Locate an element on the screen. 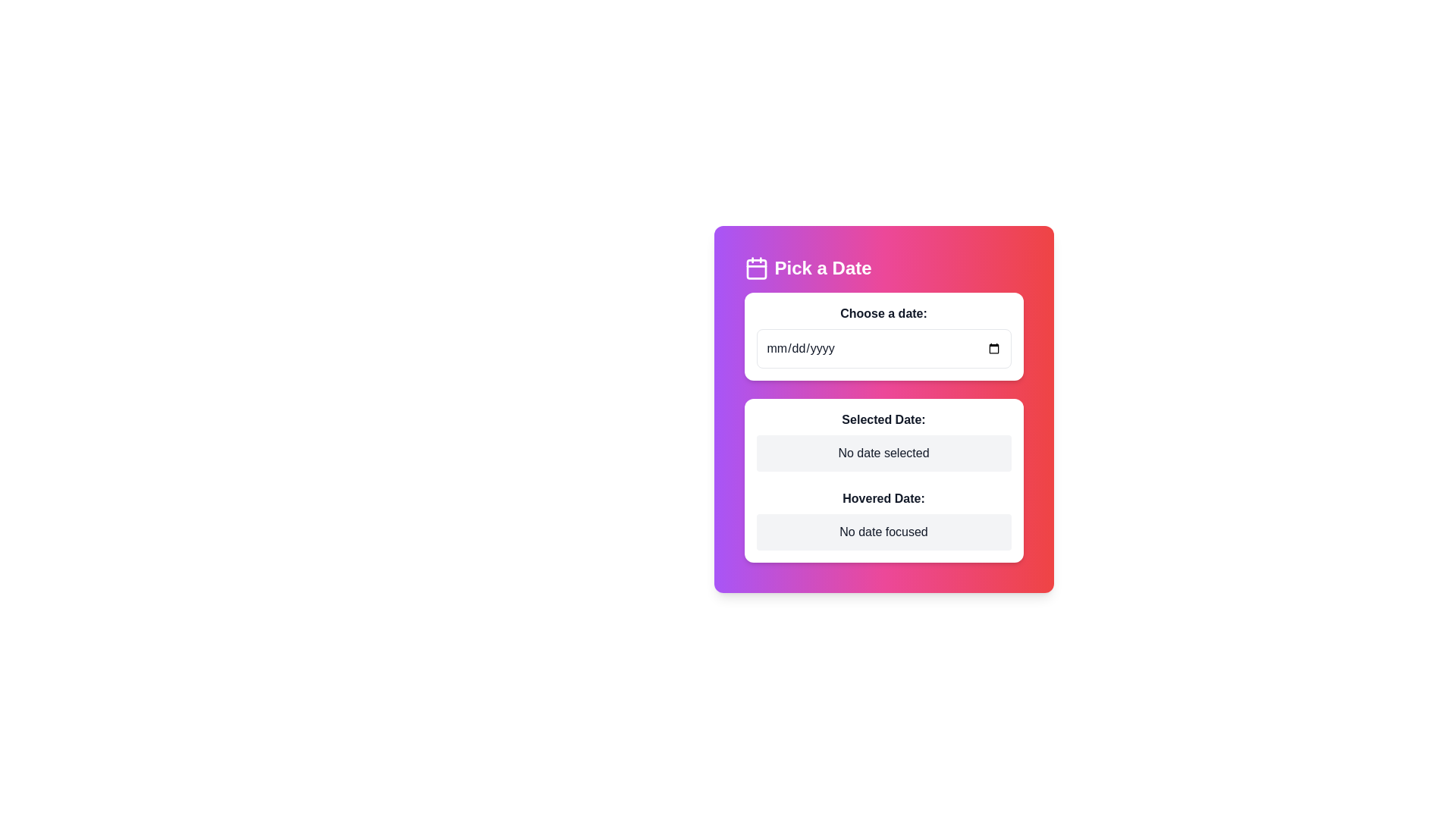 Image resolution: width=1456 pixels, height=819 pixels. the text label reading 'Selected Date:' which is styled with a bold font and is positioned above 'No date selected' is located at coordinates (883, 420).